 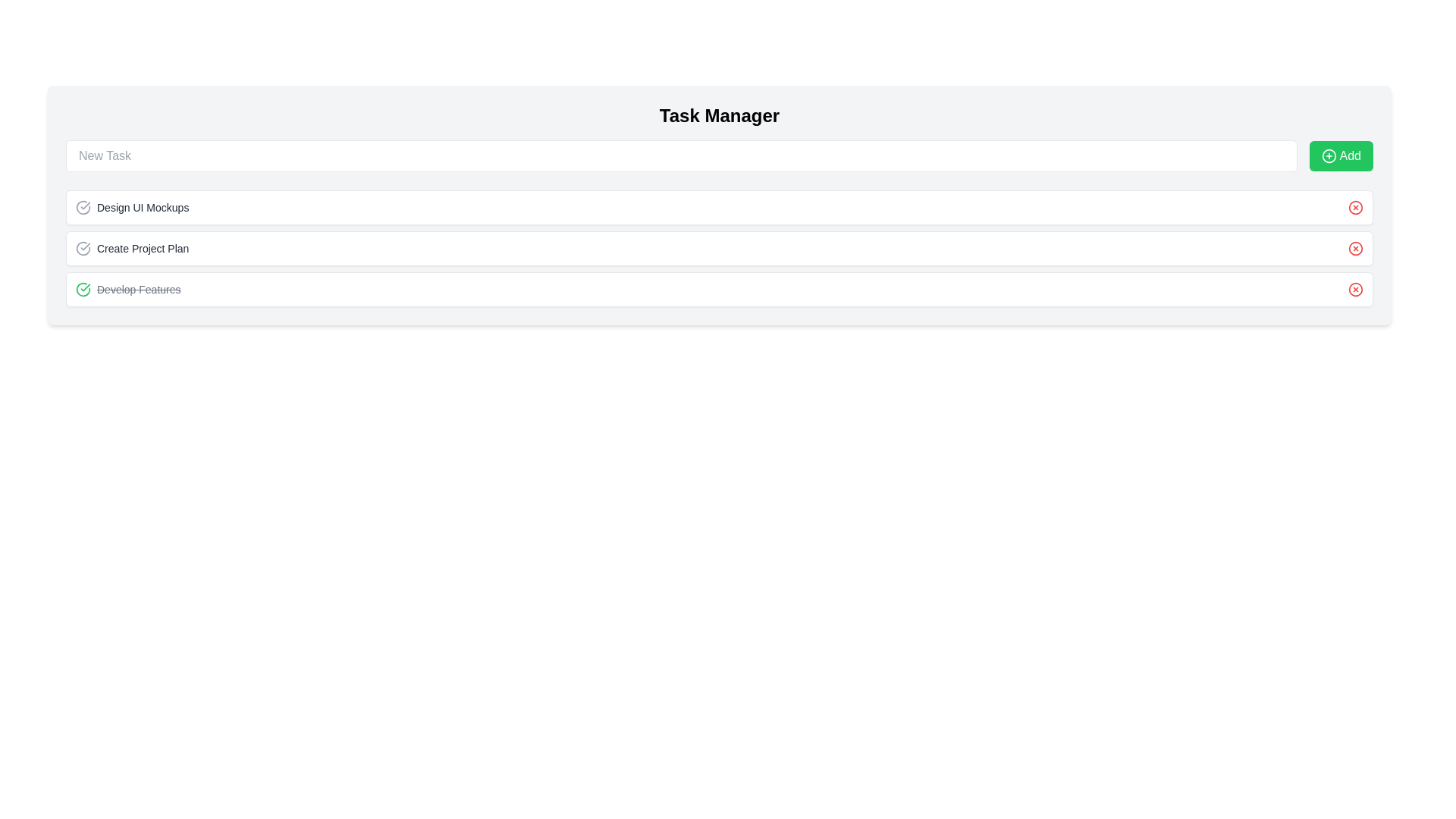 I want to click on the circular delete icon with a small 'X' in the center, located at the rightmost position of the second task item labeled 'Create Project Plan', so click(x=1356, y=207).